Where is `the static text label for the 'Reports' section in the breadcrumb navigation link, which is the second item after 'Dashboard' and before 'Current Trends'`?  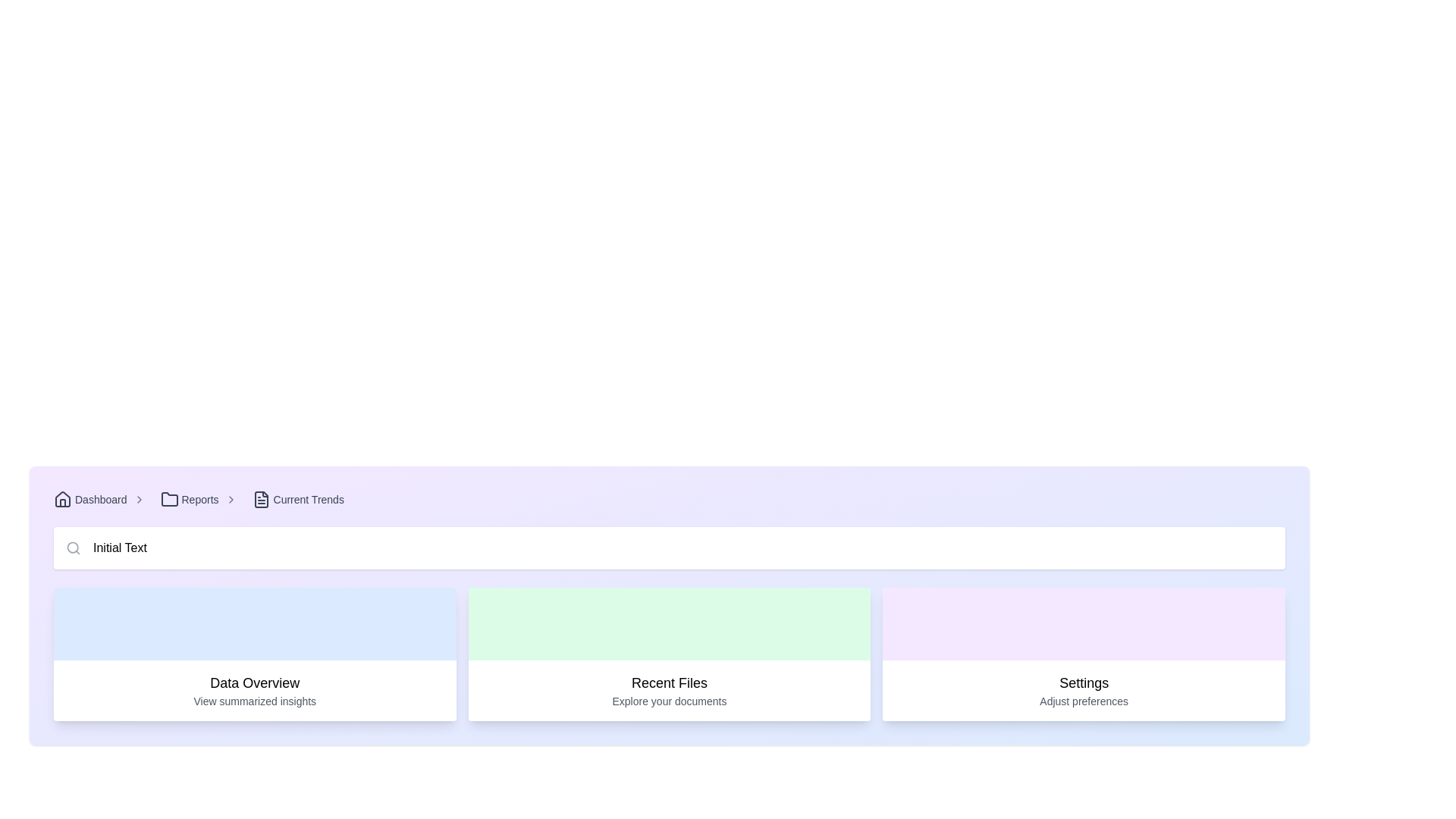
the static text label for the 'Reports' section in the breadcrumb navigation link, which is the second item after 'Dashboard' and before 'Current Trends' is located at coordinates (199, 500).